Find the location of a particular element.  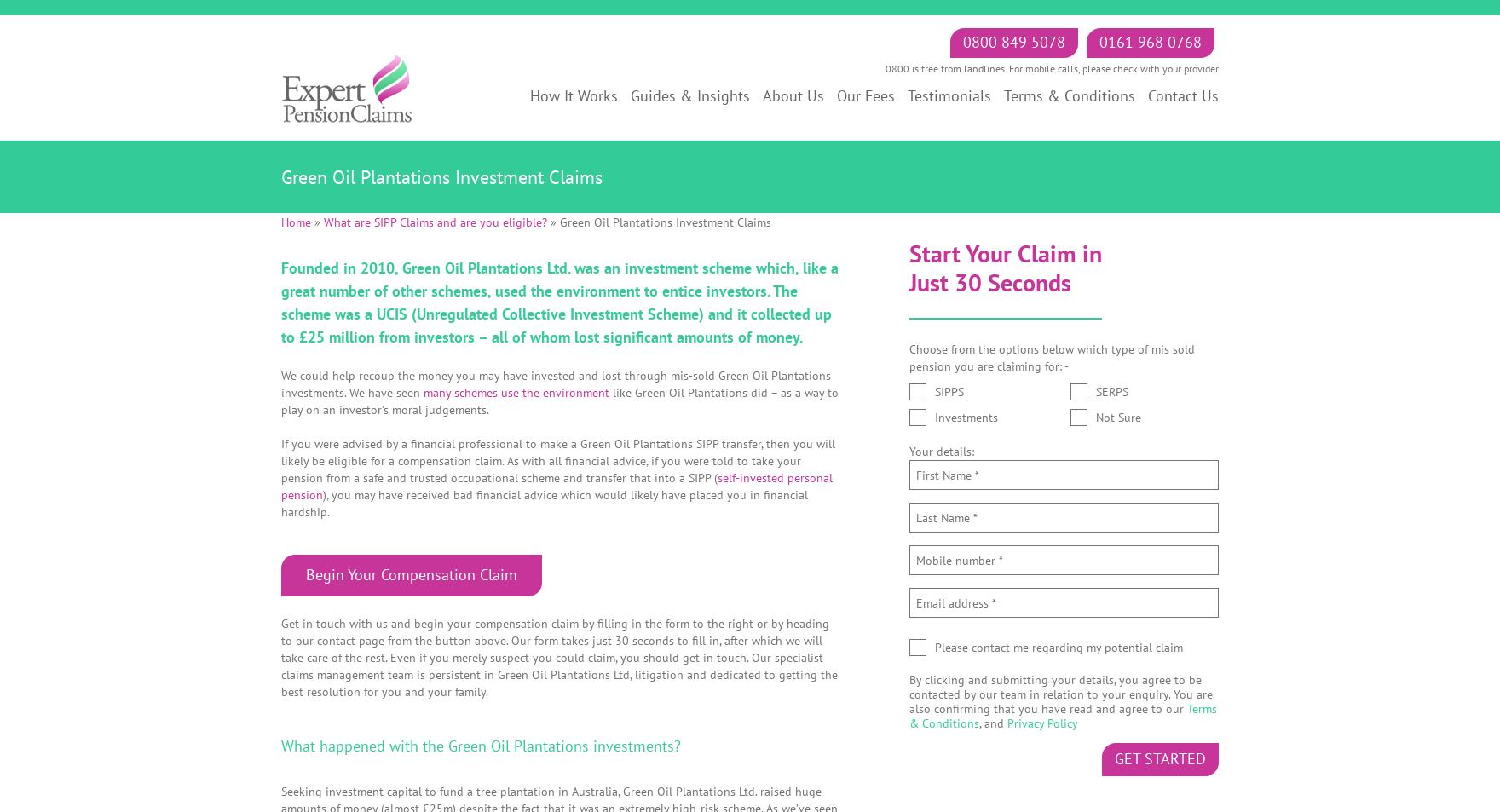

'. We have seen' is located at coordinates (384, 391).